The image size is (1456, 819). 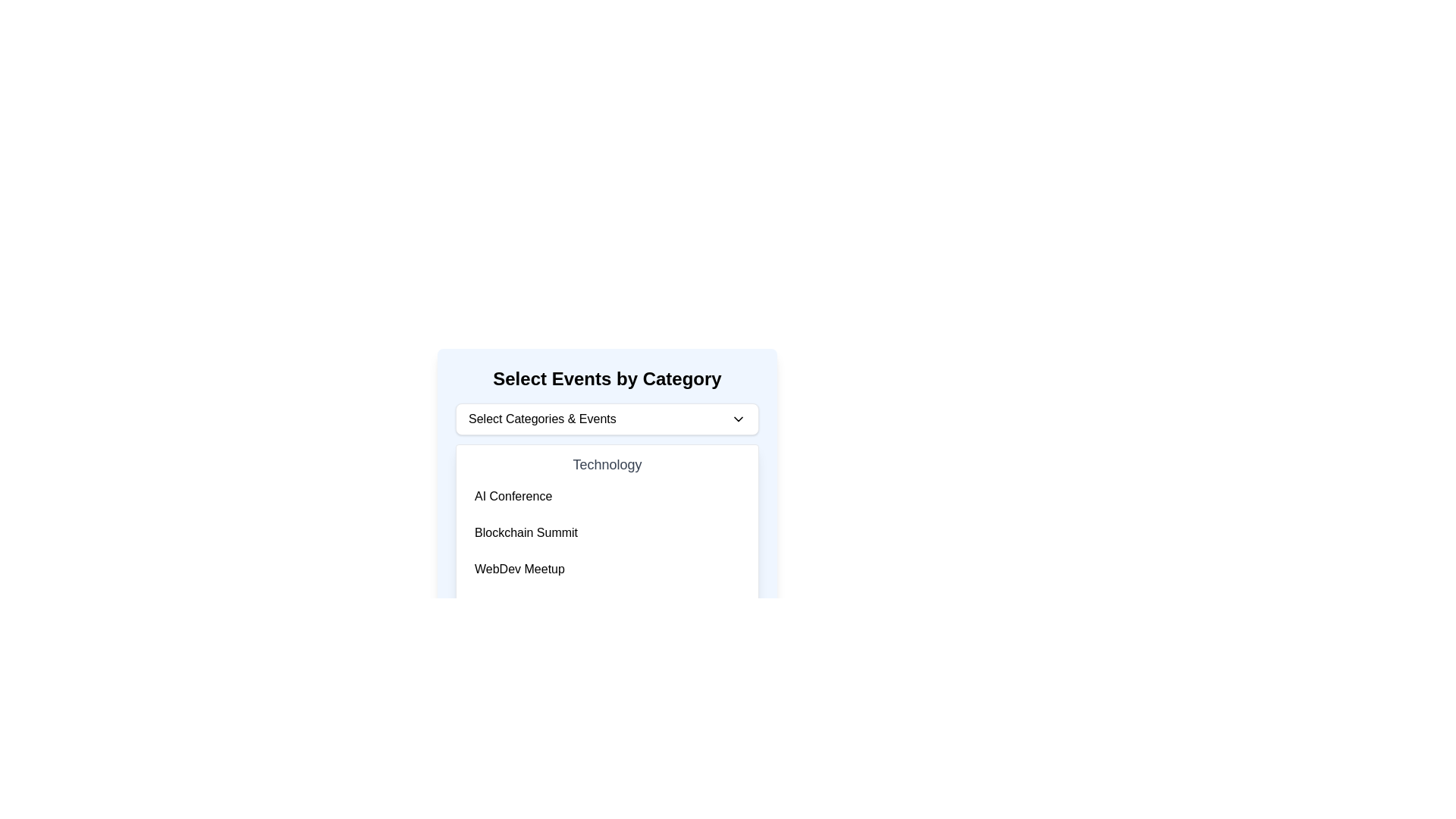 What do you see at coordinates (607, 532) in the screenshot?
I see `the list item in the 'Technology' section` at bounding box center [607, 532].